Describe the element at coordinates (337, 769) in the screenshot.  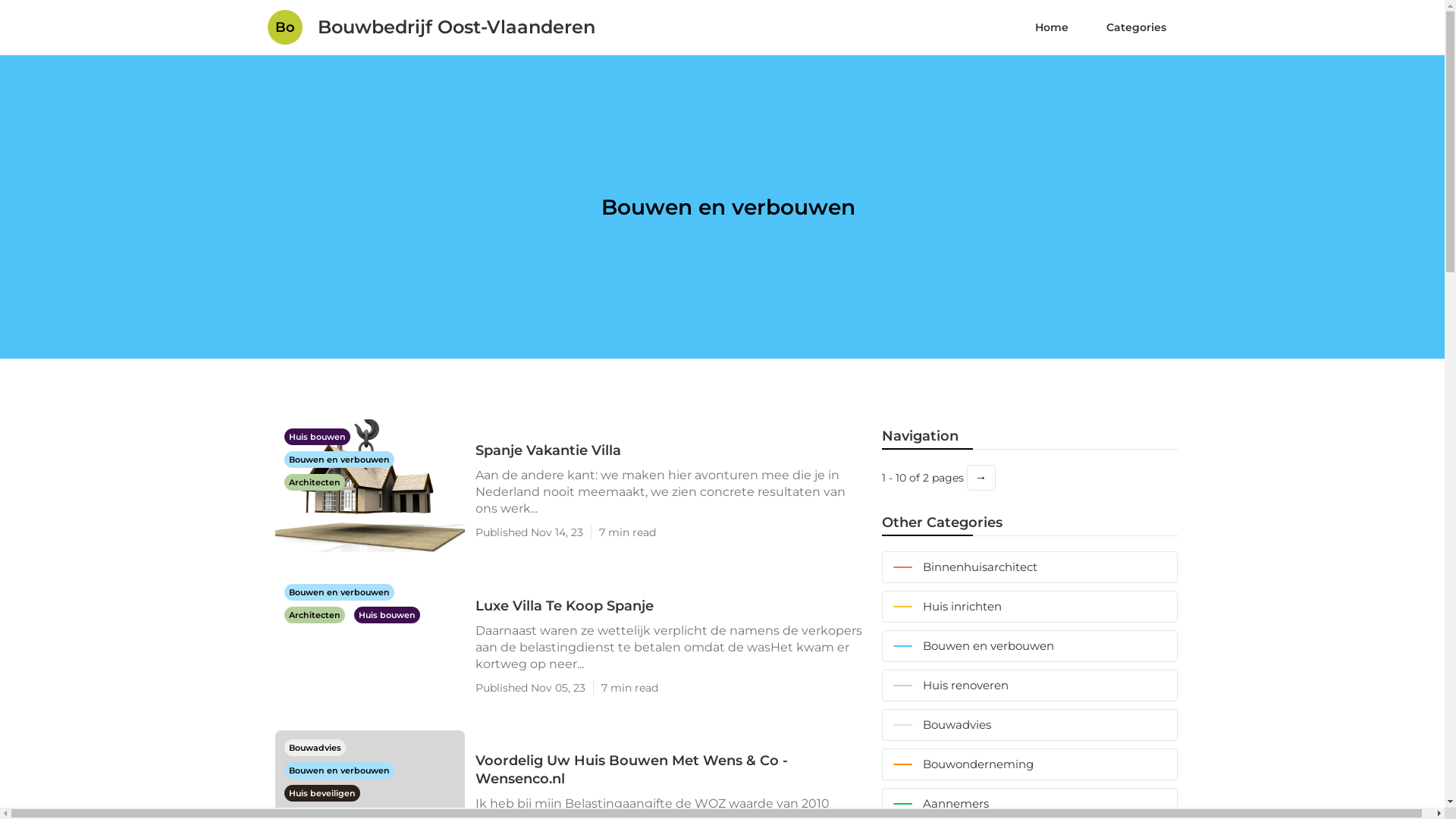
I see `'Bouwen en verbouwen'` at that location.